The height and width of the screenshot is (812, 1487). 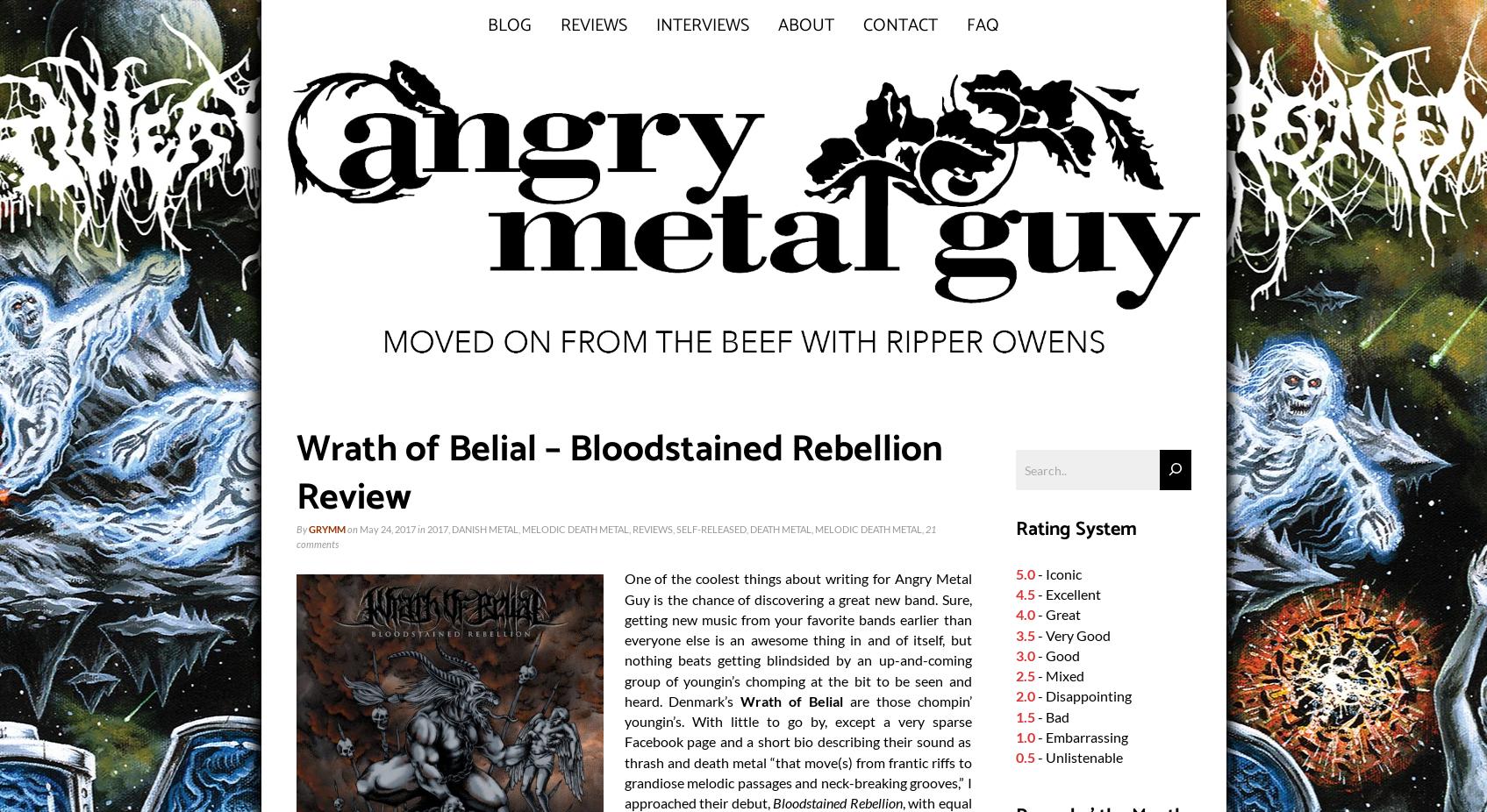 What do you see at coordinates (1034, 675) in the screenshot?
I see `'- Mixed'` at bounding box center [1034, 675].